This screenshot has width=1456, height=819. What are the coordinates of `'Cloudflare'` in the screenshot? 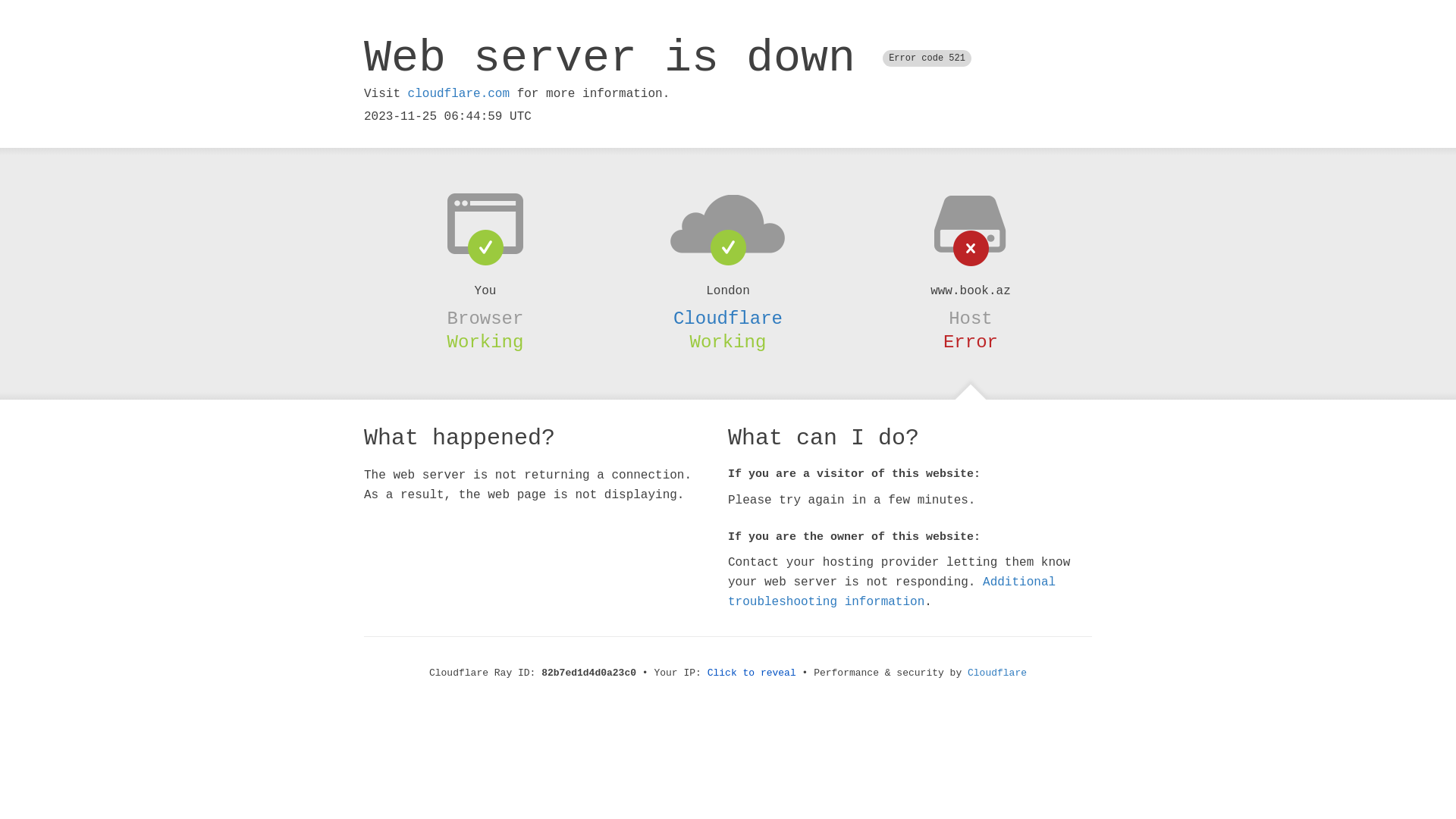 It's located at (673, 318).